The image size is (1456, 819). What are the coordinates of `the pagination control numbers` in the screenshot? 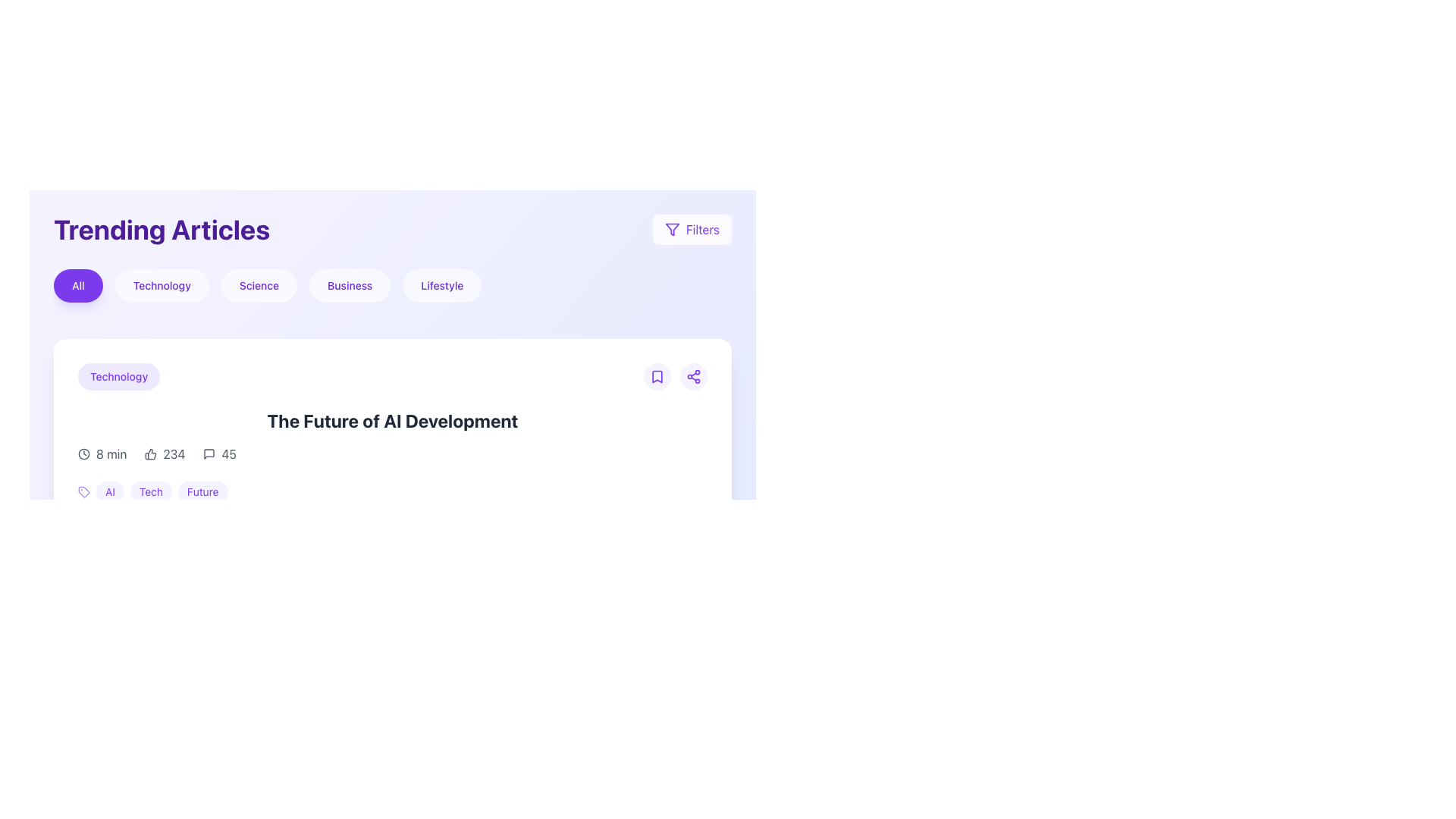 It's located at (393, 781).